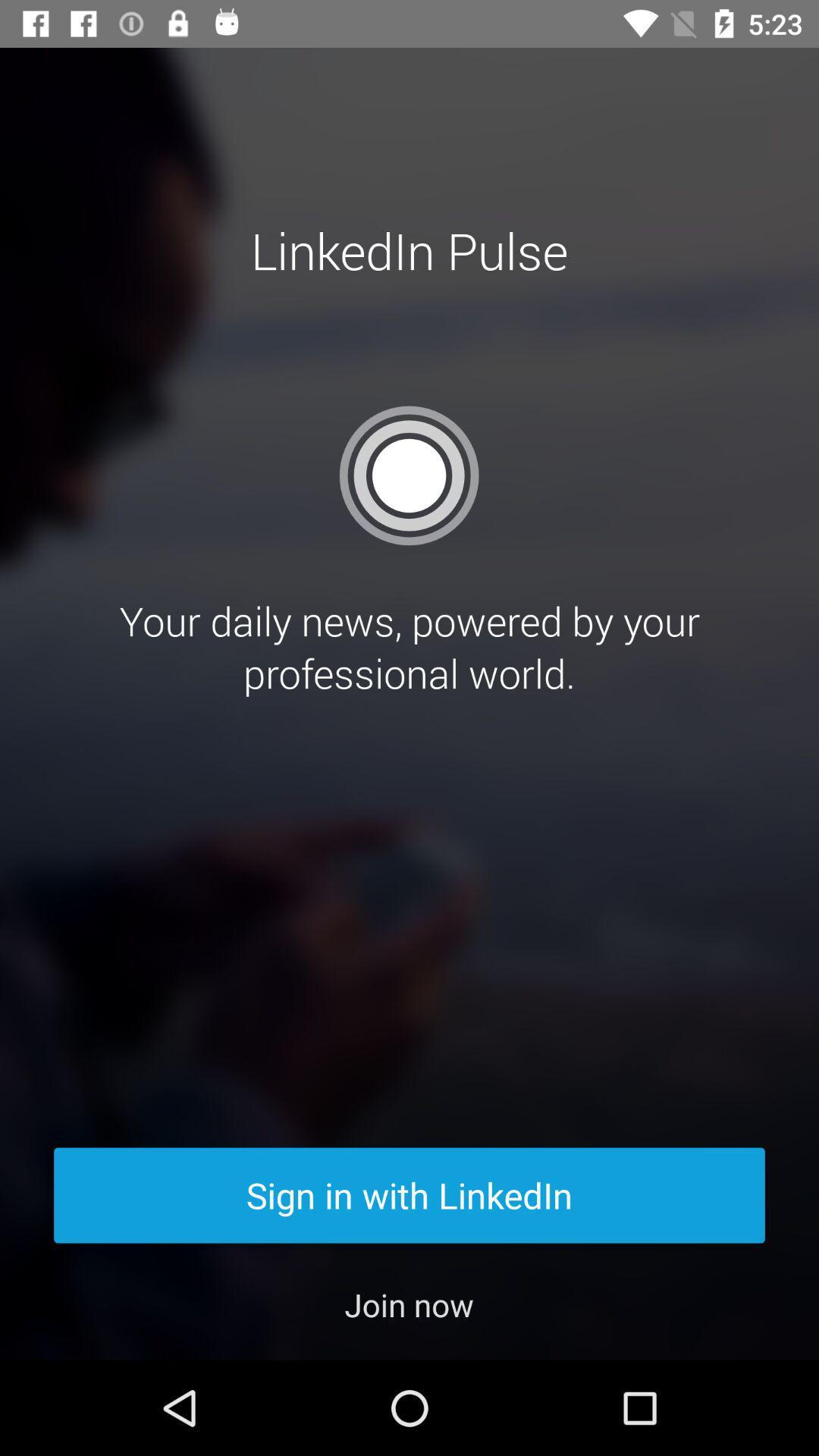  What do you see at coordinates (409, 1194) in the screenshot?
I see `the sign in with` at bounding box center [409, 1194].